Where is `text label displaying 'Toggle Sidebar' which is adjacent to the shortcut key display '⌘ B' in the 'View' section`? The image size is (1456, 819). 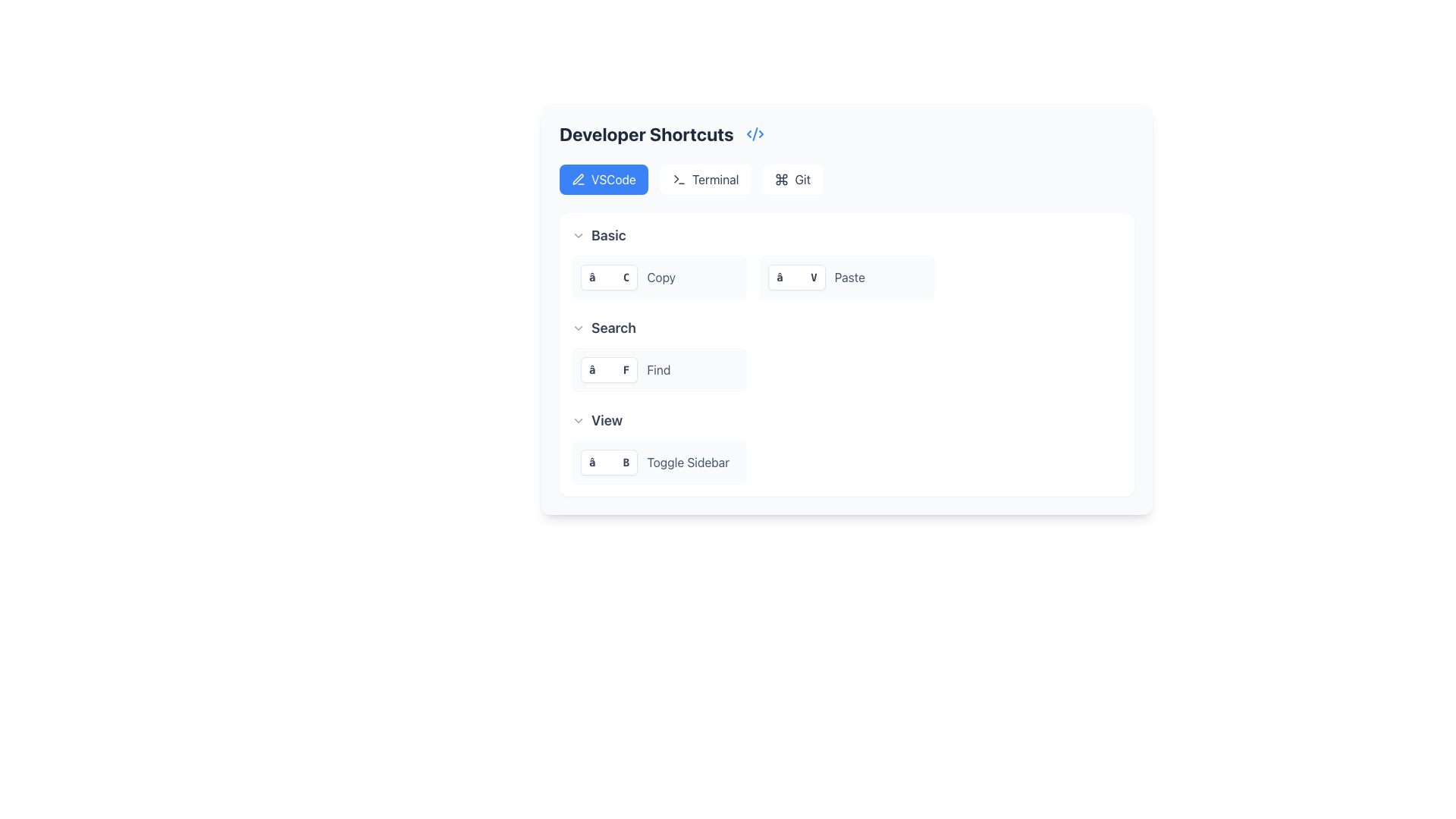
text label displaying 'Toggle Sidebar' which is adjacent to the shortcut key display '⌘ B' in the 'View' section is located at coordinates (687, 461).